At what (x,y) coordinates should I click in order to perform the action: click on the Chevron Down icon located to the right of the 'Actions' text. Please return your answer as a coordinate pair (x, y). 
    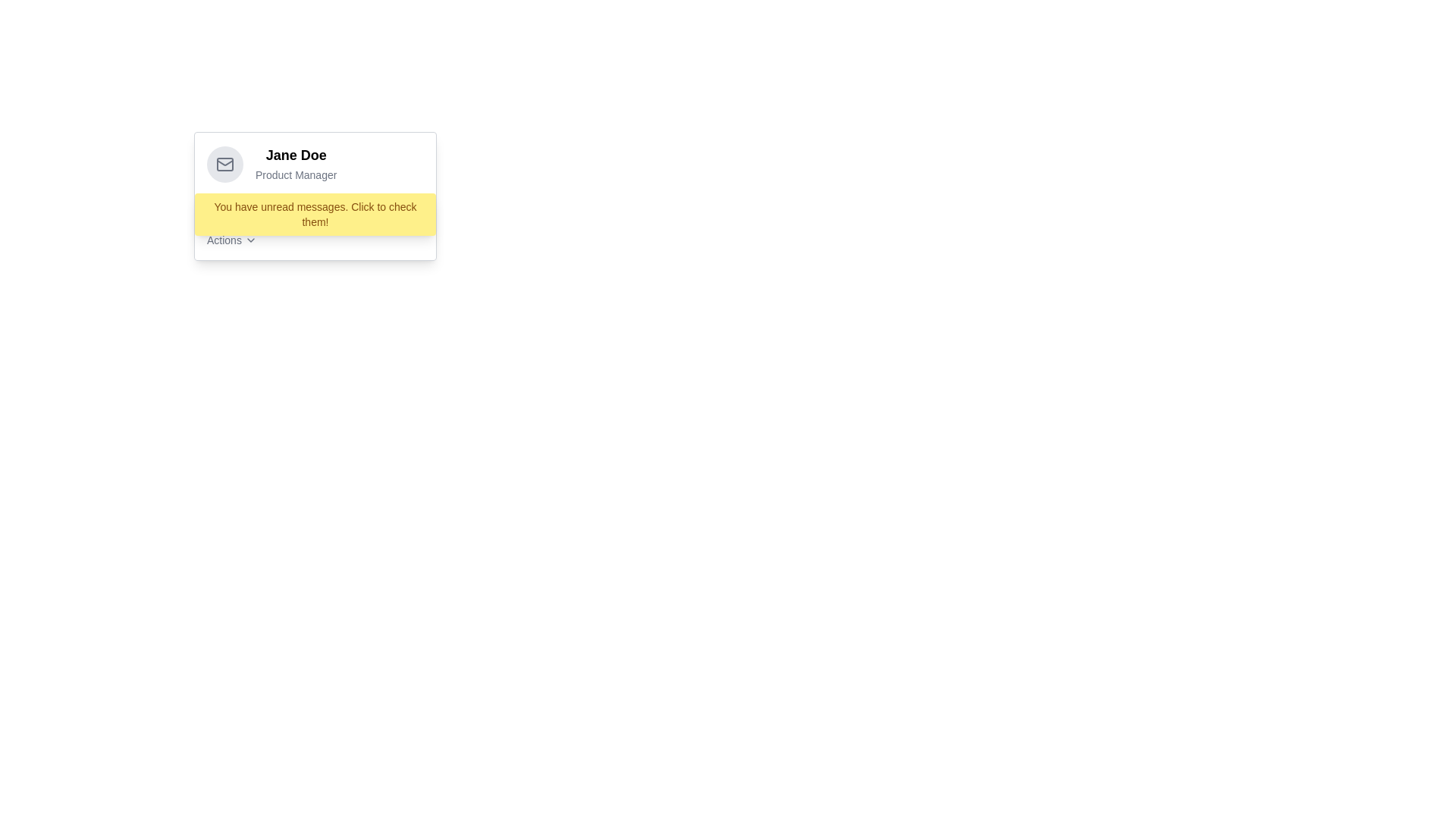
    Looking at the image, I should click on (251, 239).